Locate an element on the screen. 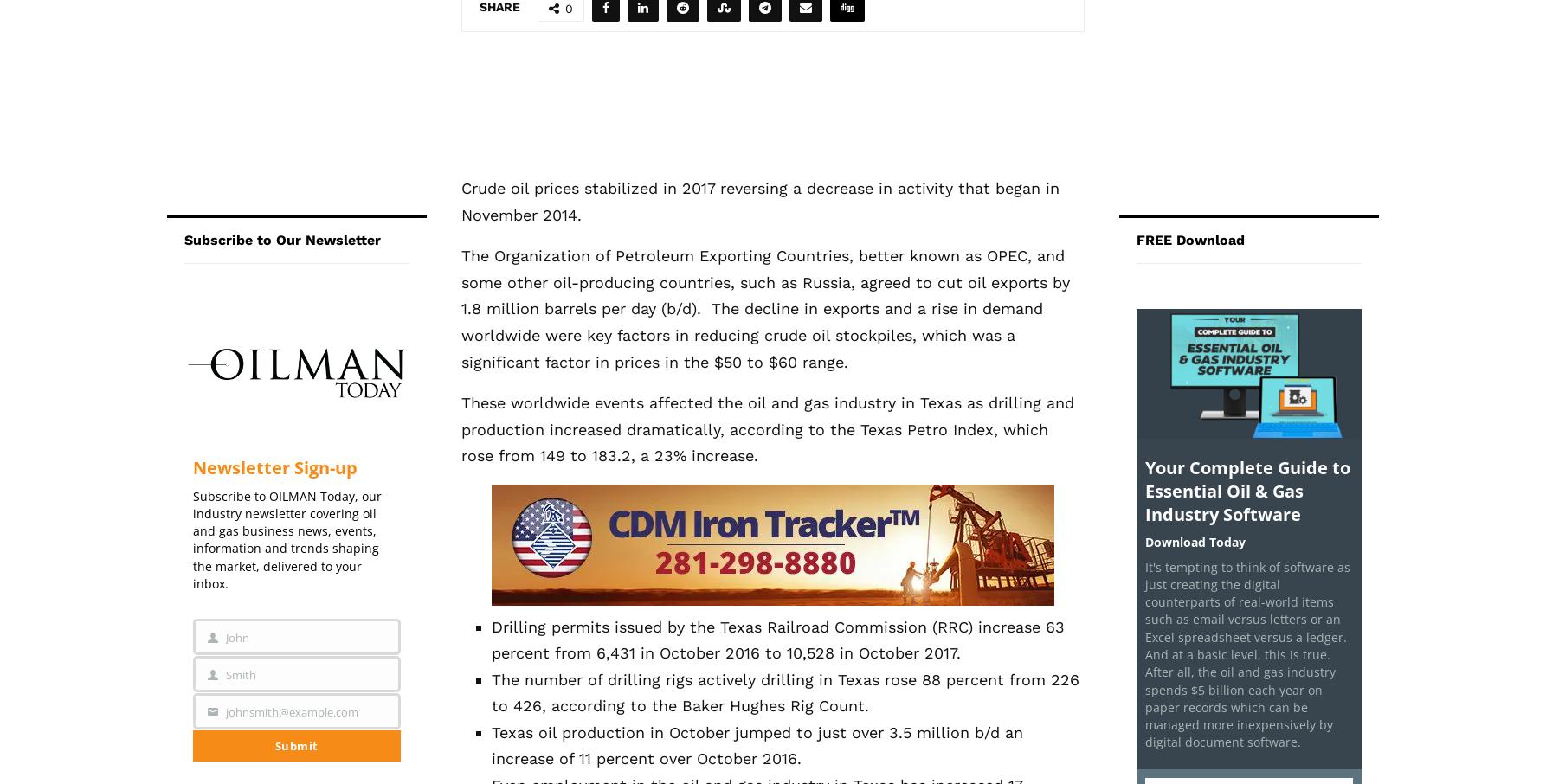  'It's tempting to think of software as just creating the digital counterparts of real-world items such as email versus letters or an Excel spreadsheet versus a ledger. And at a basic level, this is true. After all, the oil and gas industry spends $5 billion each year on paper records which can be managed more inexpensively by digital document software.' is located at coordinates (1145, 652).